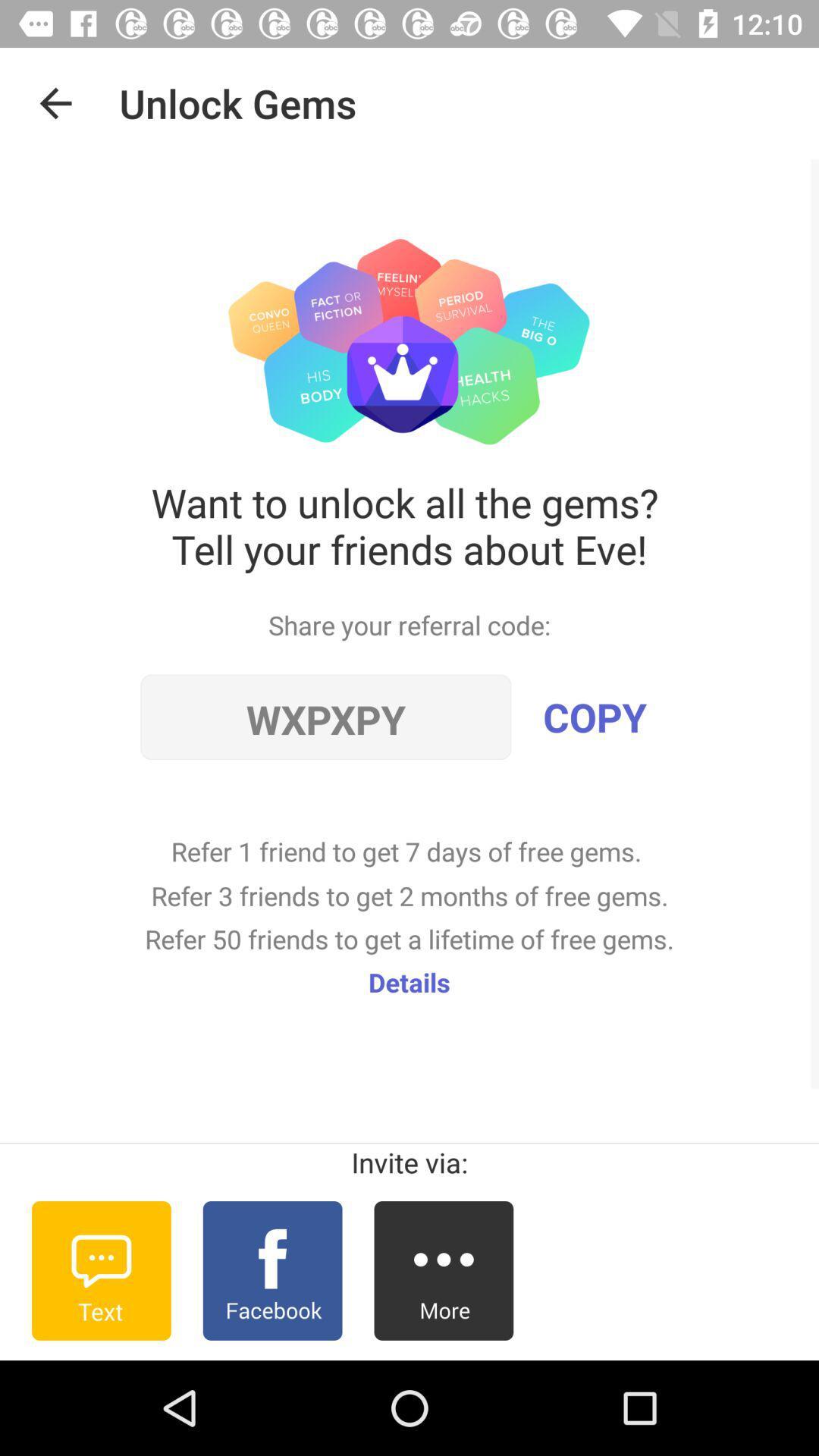 The height and width of the screenshot is (1456, 819). I want to click on item below the invite via:, so click(271, 1270).